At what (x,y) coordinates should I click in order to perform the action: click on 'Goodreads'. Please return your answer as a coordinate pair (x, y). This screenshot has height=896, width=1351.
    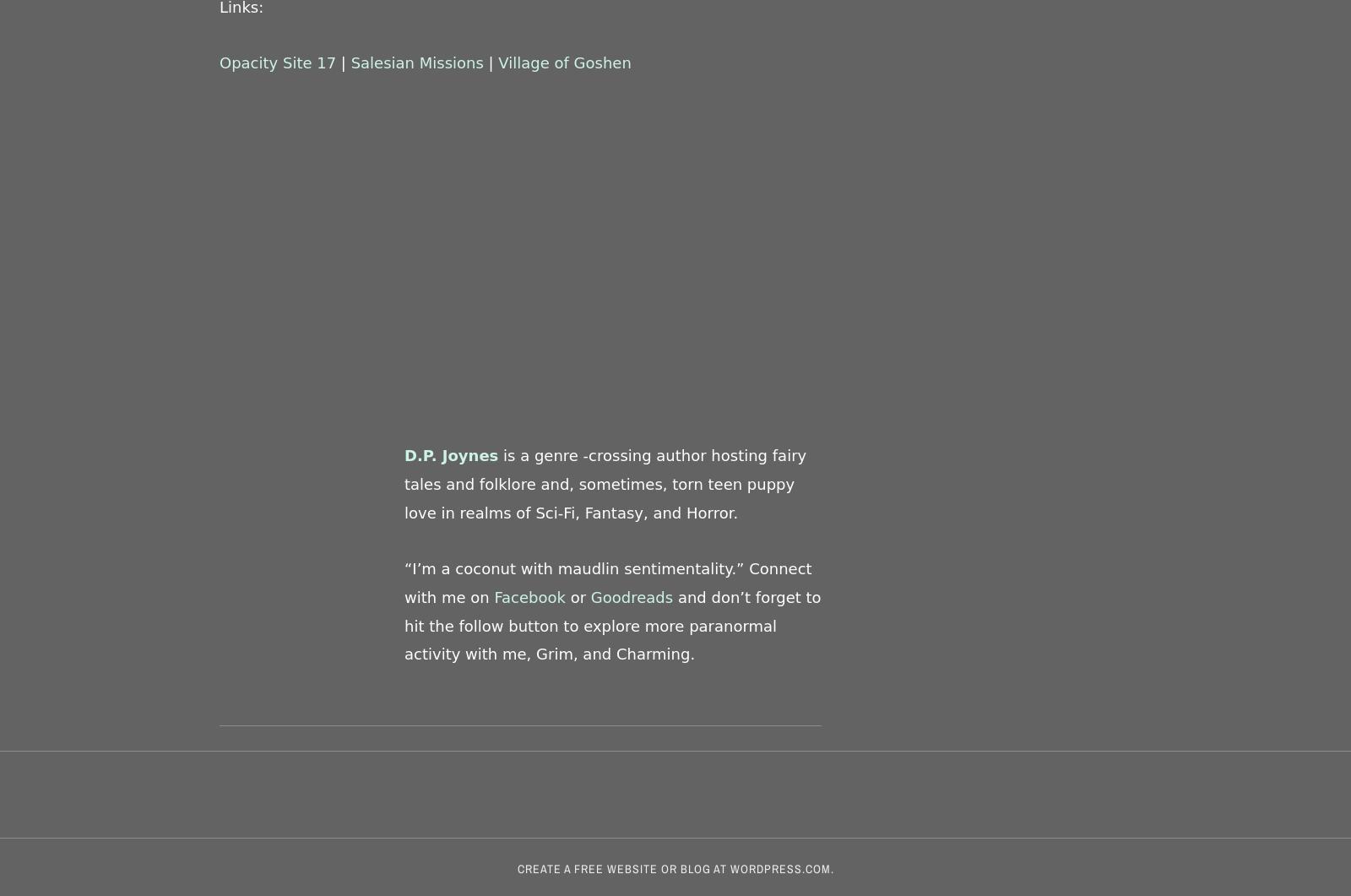
    Looking at the image, I should click on (590, 595).